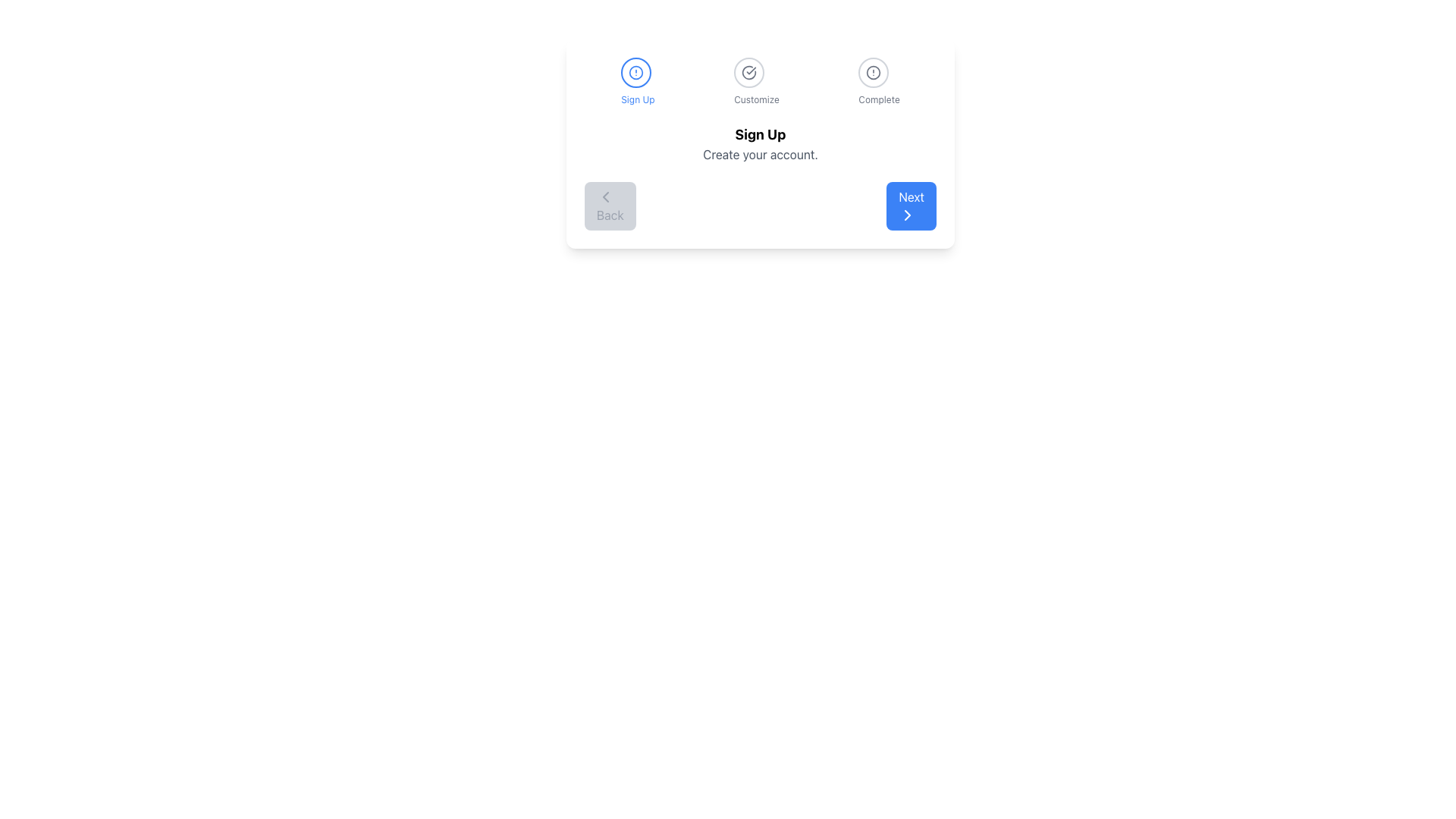 The height and width of the screenshot is (819, 1456). Describe the element at coordinates (636, 73) in the screenshot. I see `the SVG icon with a blue border located in the top-left circular button labeled 'Sign Up', positioned directly above the text` at that location.